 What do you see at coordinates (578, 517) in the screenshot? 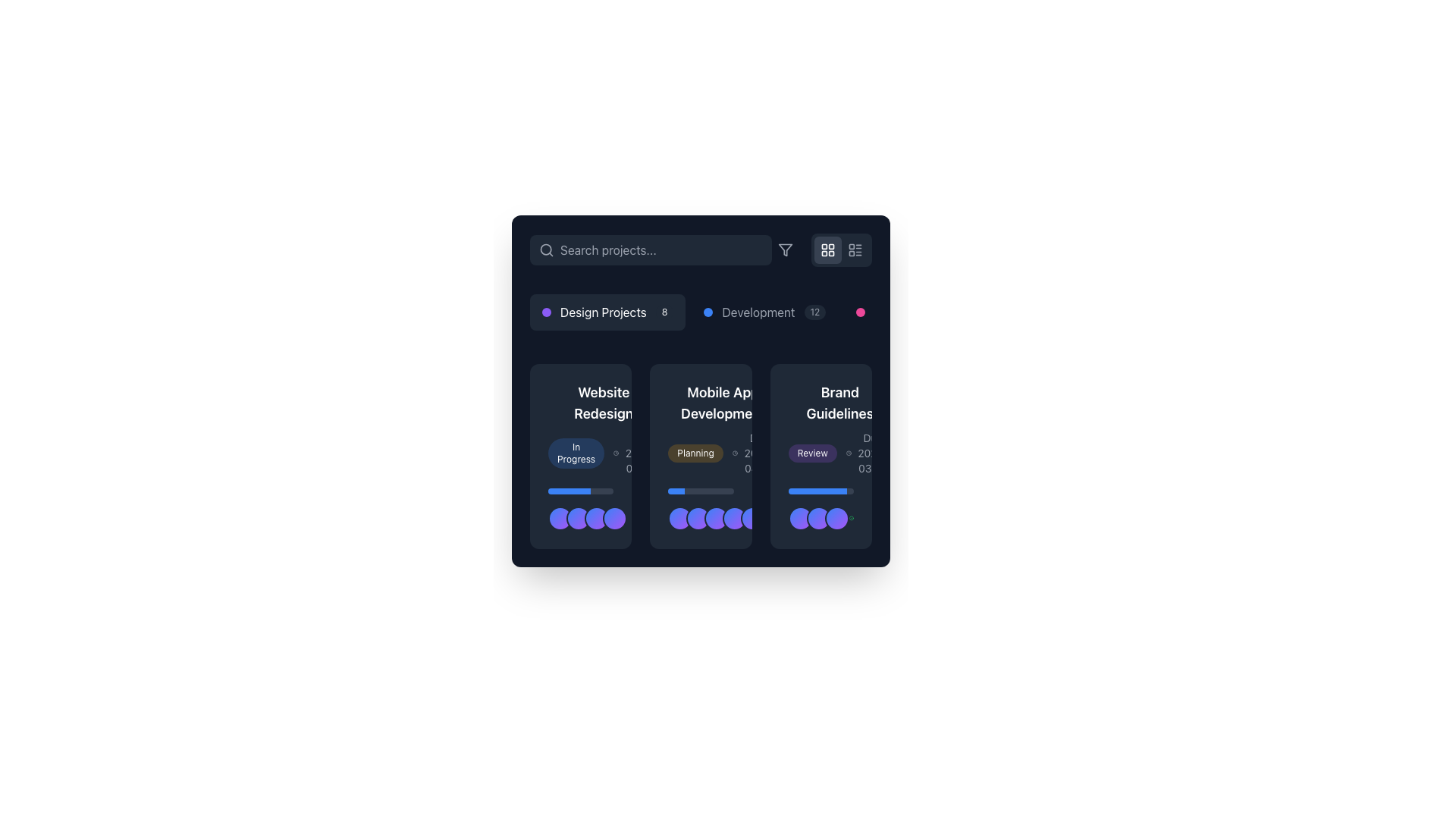
I see `the circular graphical indicator with a gradient background transitioning from blue to purple, located in the lower section of the 'Website Redesign' card` at bounding box center [578, 517].